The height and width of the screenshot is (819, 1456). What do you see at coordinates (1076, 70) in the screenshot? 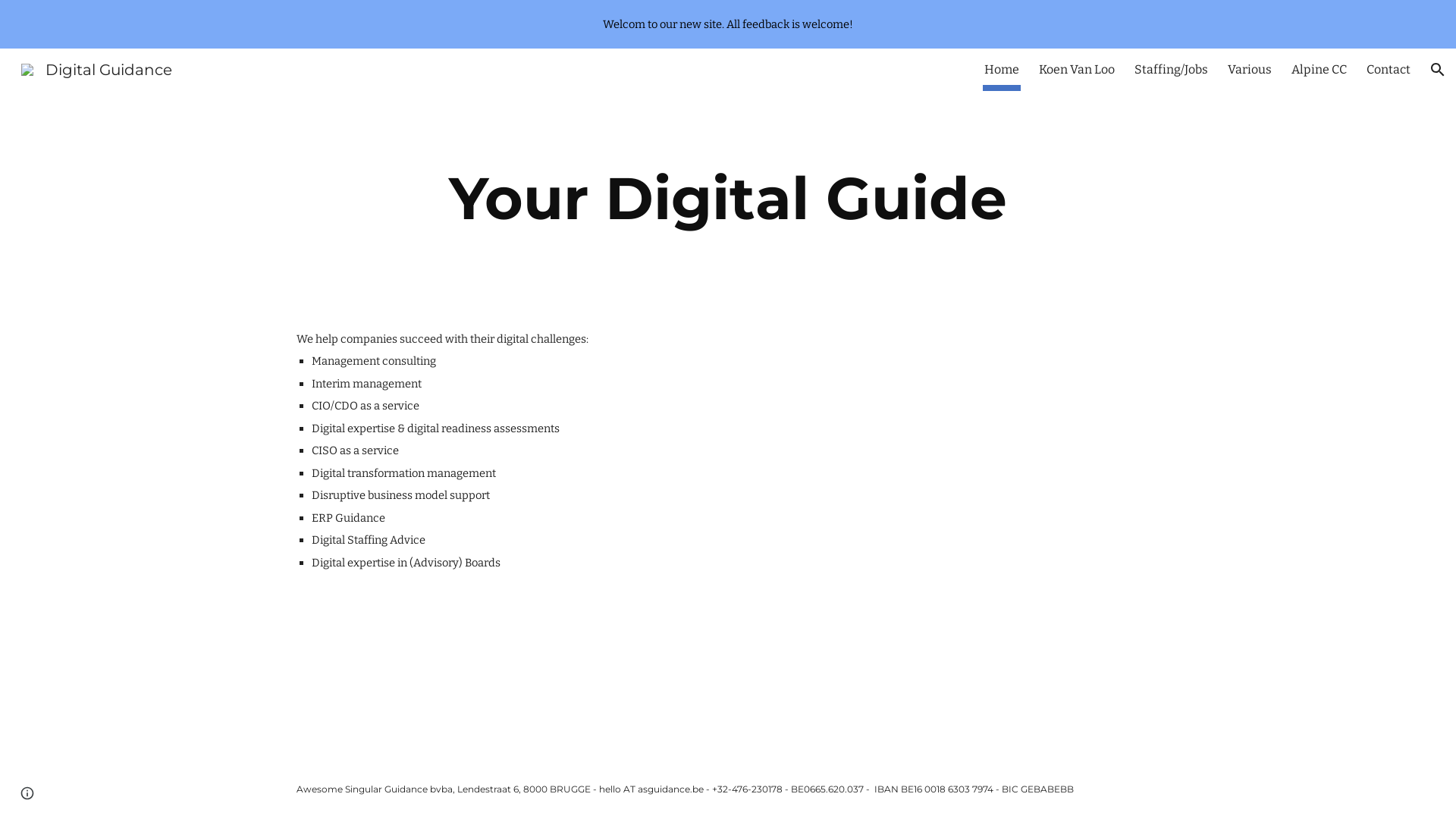
I see `'Koen Van Loo'` at bounding box center [1076, 70].